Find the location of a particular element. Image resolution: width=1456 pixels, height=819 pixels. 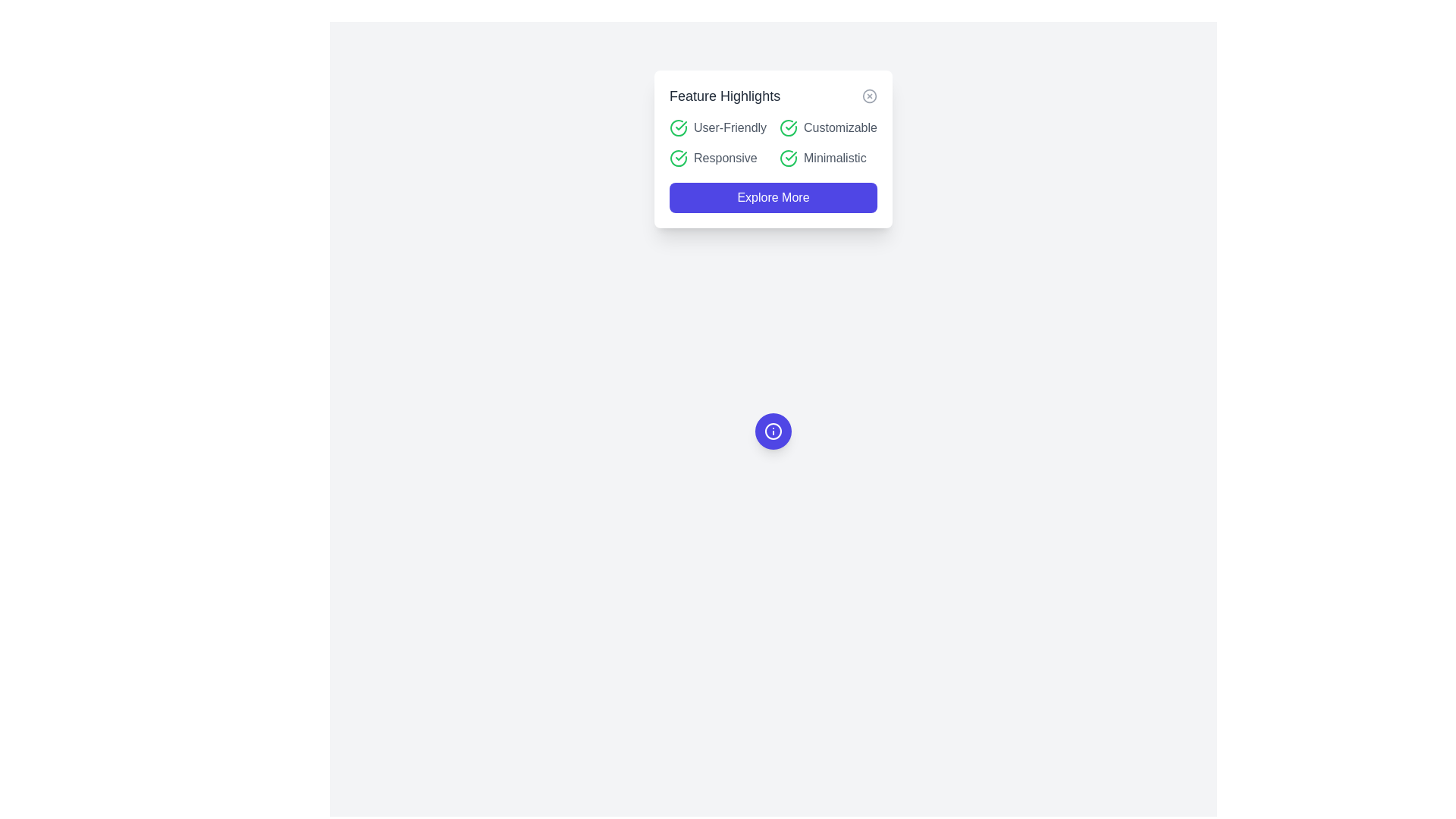

the outer circular graphical element that serves as a visual indicator or symbol within its icon structure is located at coordinates (773, 431).